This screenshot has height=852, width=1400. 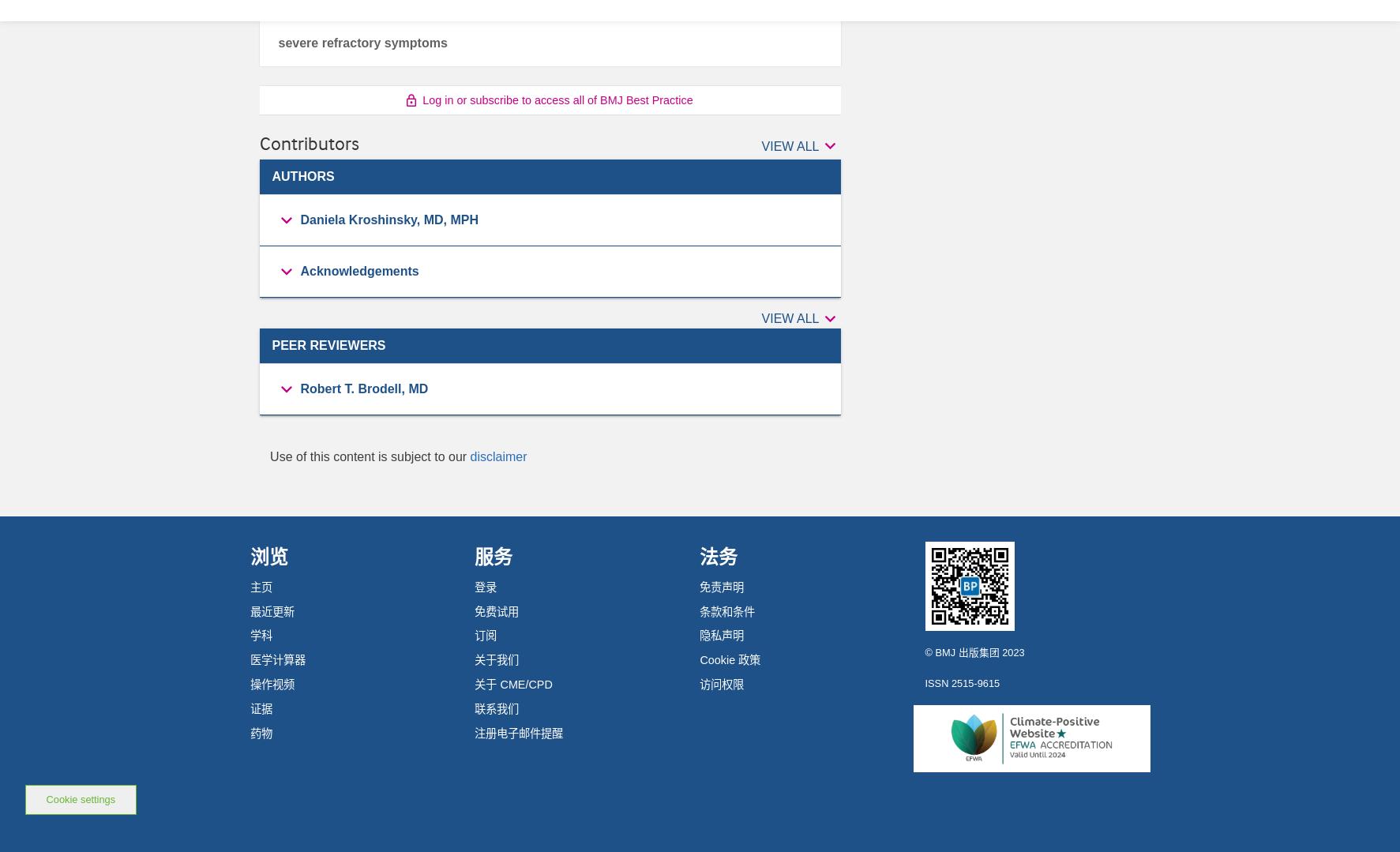 I want to click on 'Cookie 政策', so click(x=730, y=660).